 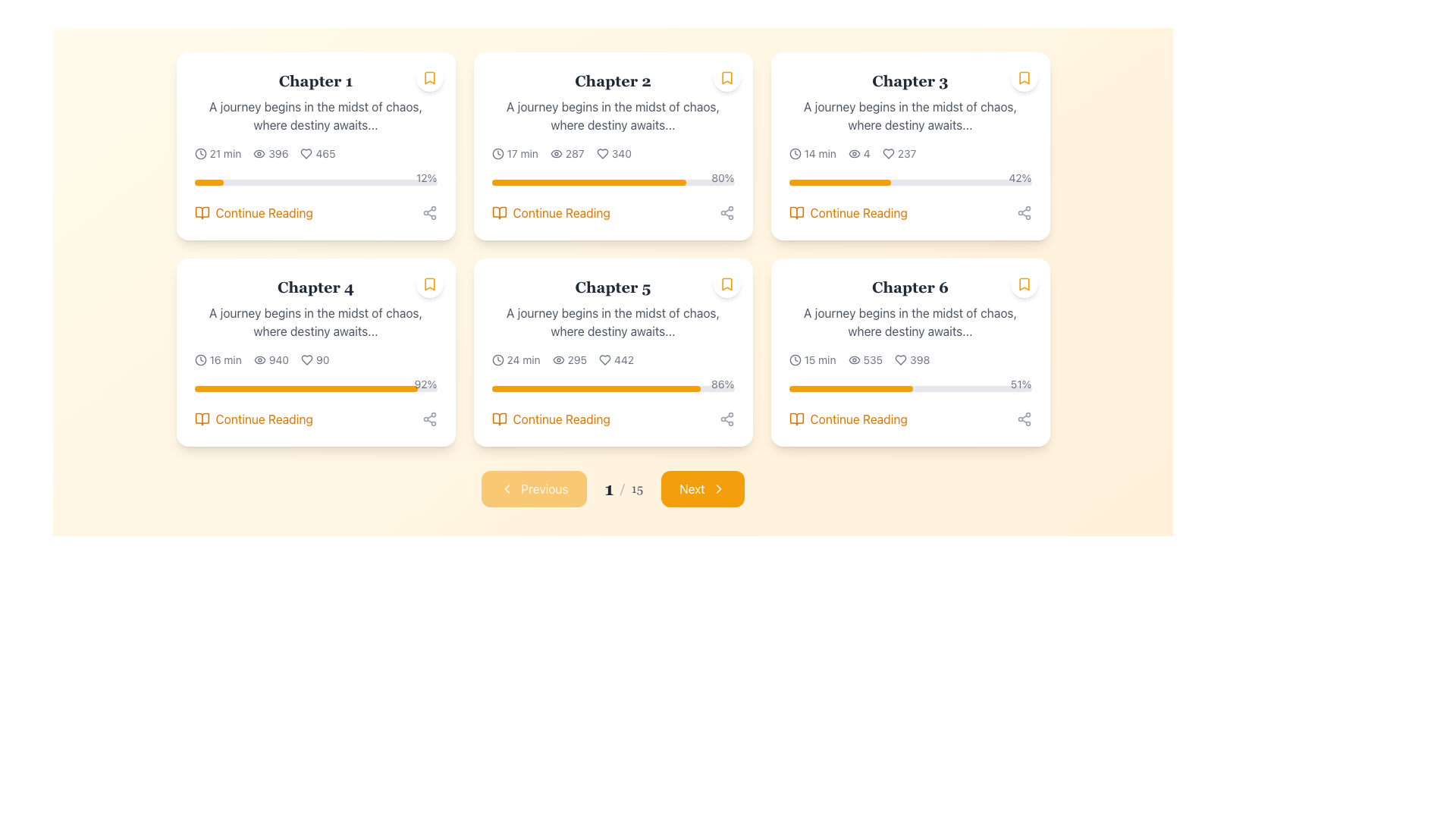 What do you see at coordinates (613, 388) in the screenshot?
I see `the progress bar located within the card titled 'Chapter 5', which indicates the percentage of completion for the corresponding chapter or task` at bounding box center [613, 388].